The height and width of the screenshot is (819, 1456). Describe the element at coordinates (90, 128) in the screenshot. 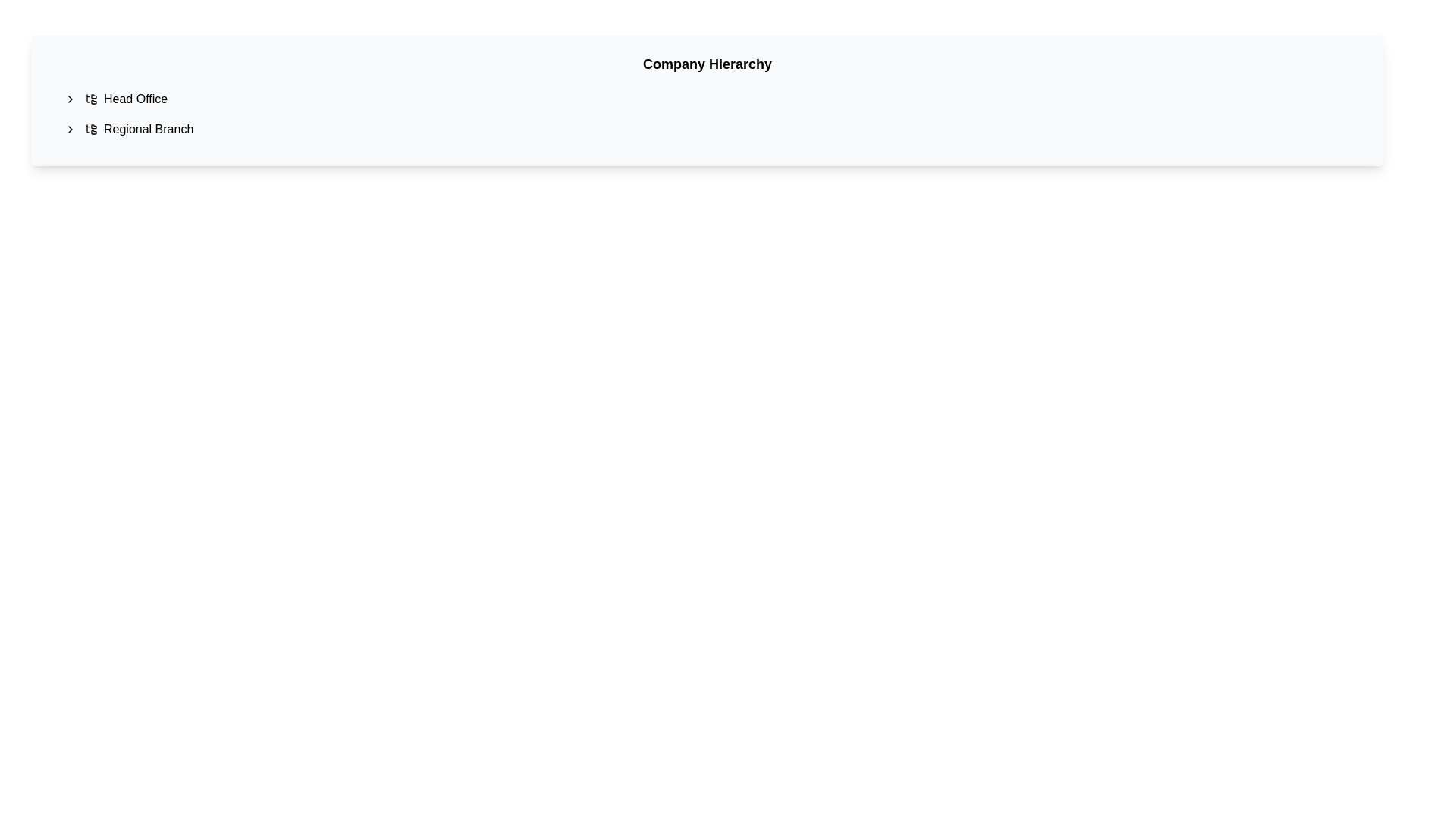

I see `the folder tree icon with a black outline located to the left of the 'Regional Branch' text to interact with the hierarchy` at that location.